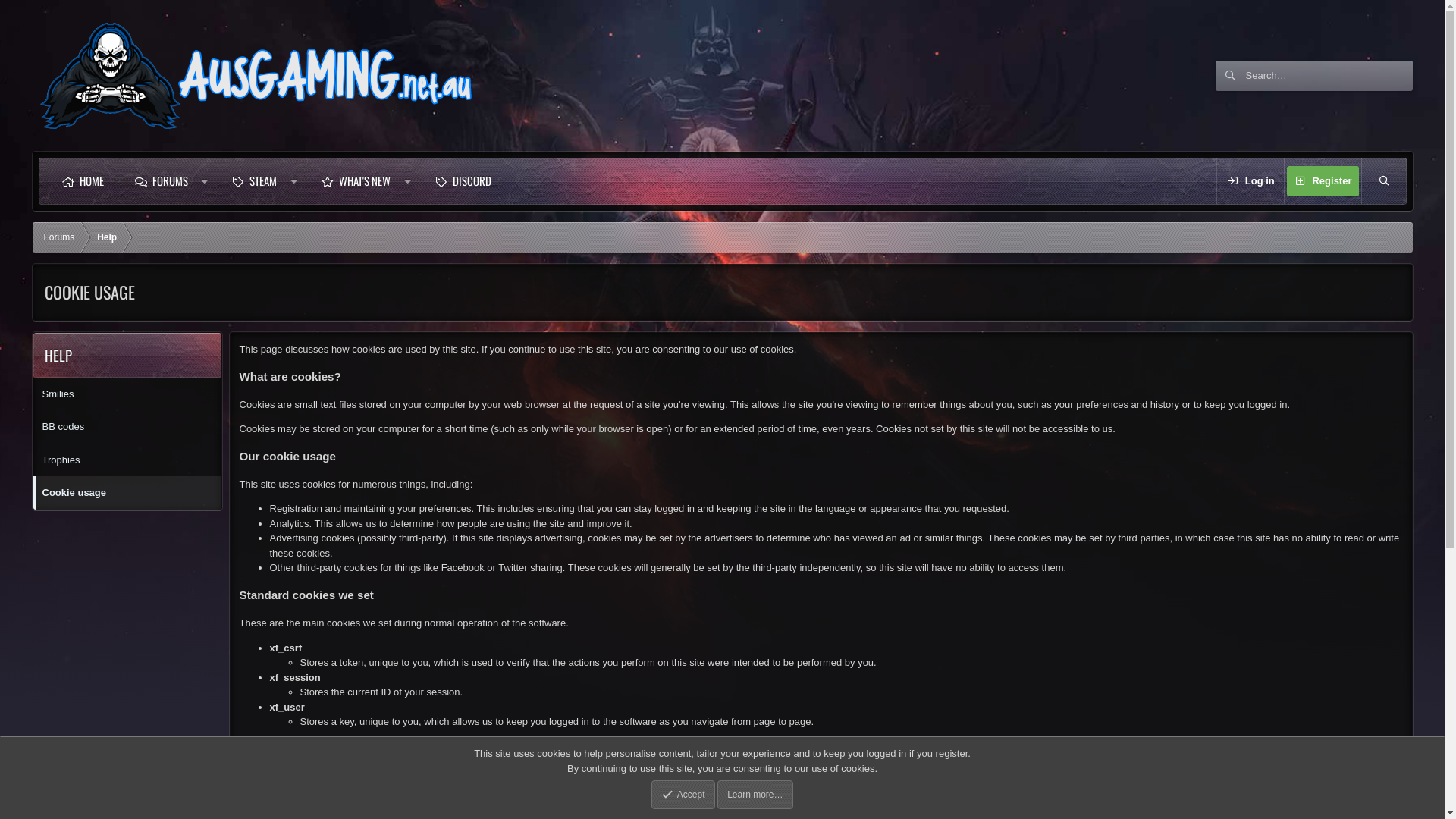  I want to click on 'Help', so click(105, 237).